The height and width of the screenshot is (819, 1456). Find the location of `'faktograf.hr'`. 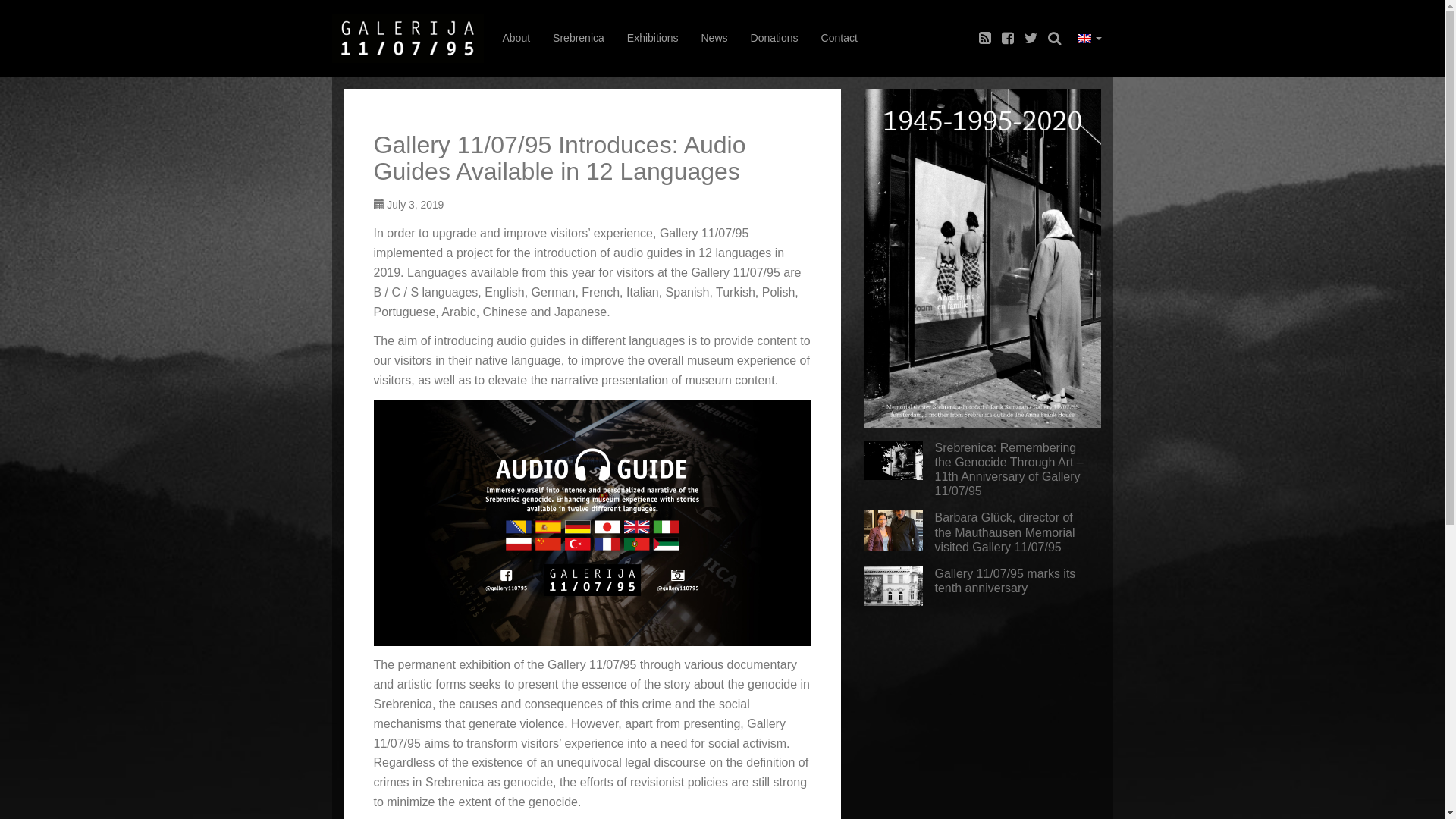

'faktograf.hr' is located at coordinates (407, 37).